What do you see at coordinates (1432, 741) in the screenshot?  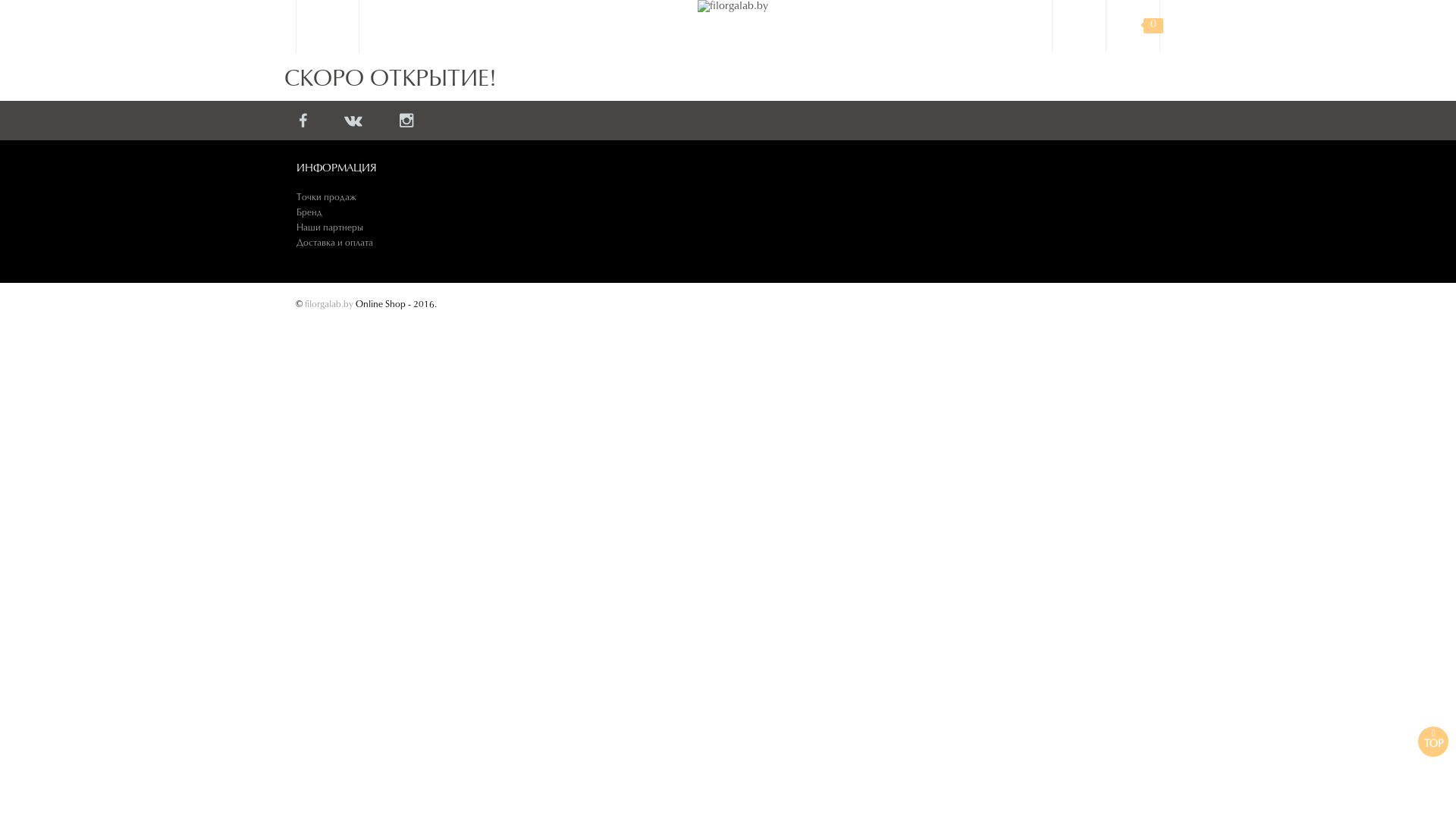 I see `'TOP'` at bounding box center [1432, 741].